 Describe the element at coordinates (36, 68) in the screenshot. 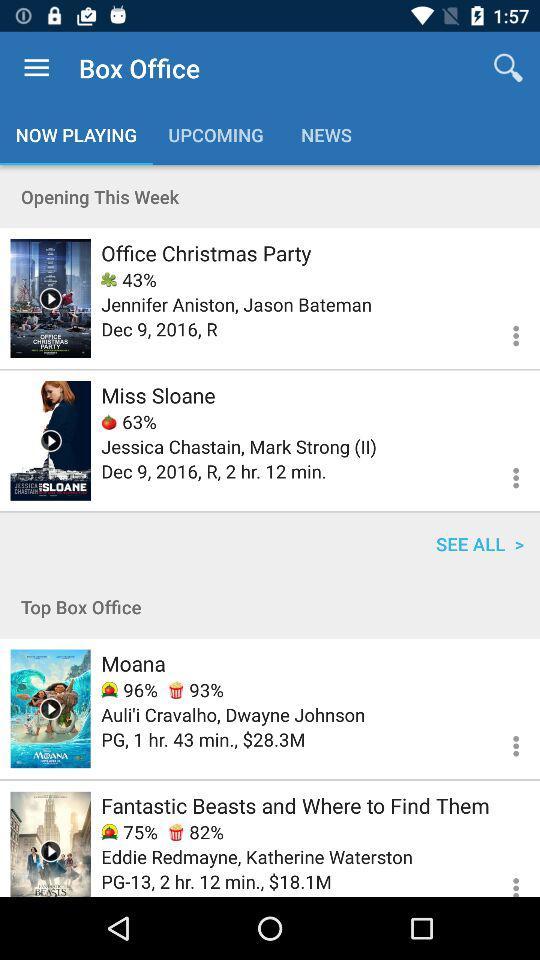

I see `icon next to box office item` at that location.